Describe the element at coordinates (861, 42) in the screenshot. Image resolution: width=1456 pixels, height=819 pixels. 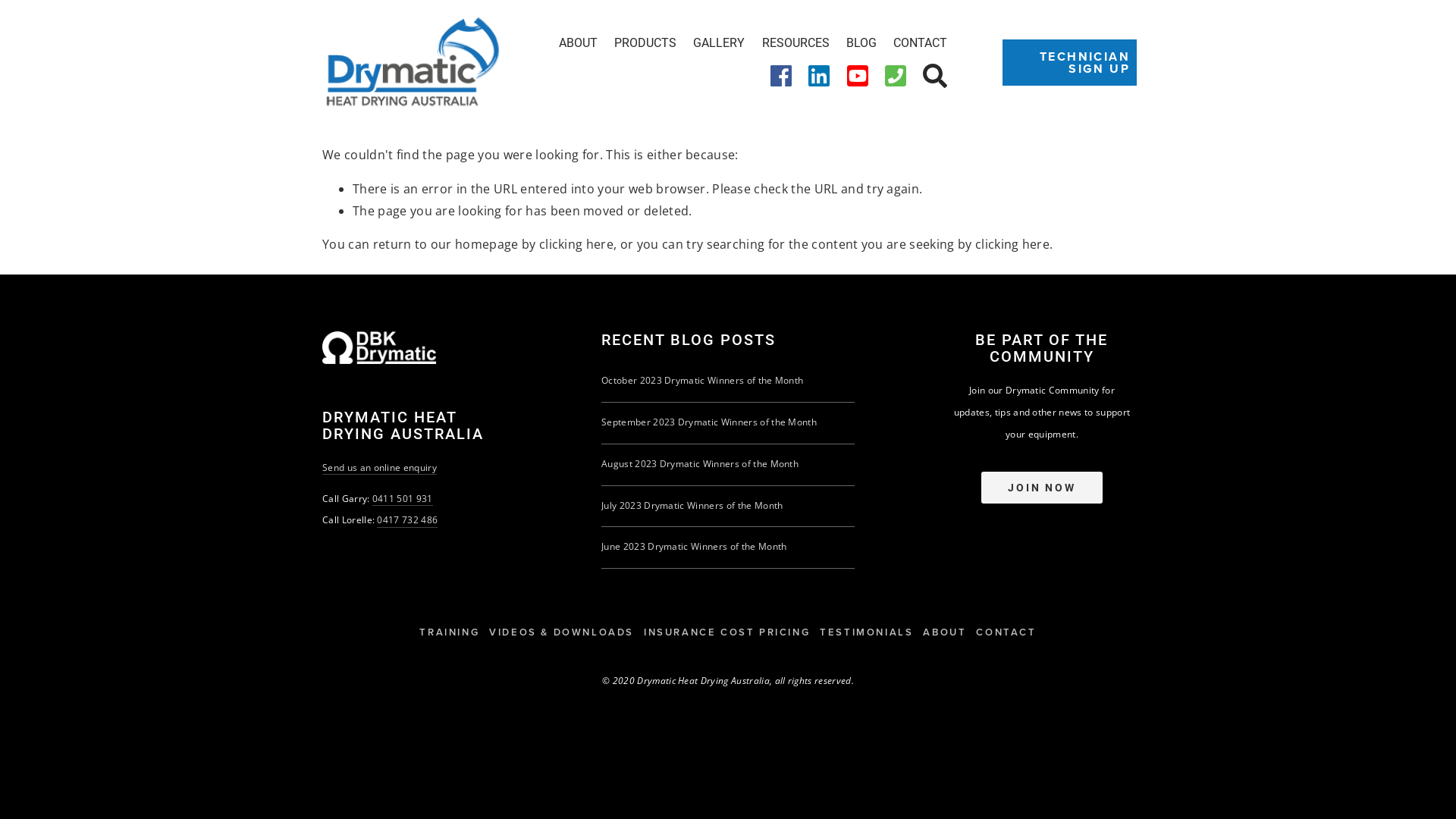
I see `'BLOG'` at that location.